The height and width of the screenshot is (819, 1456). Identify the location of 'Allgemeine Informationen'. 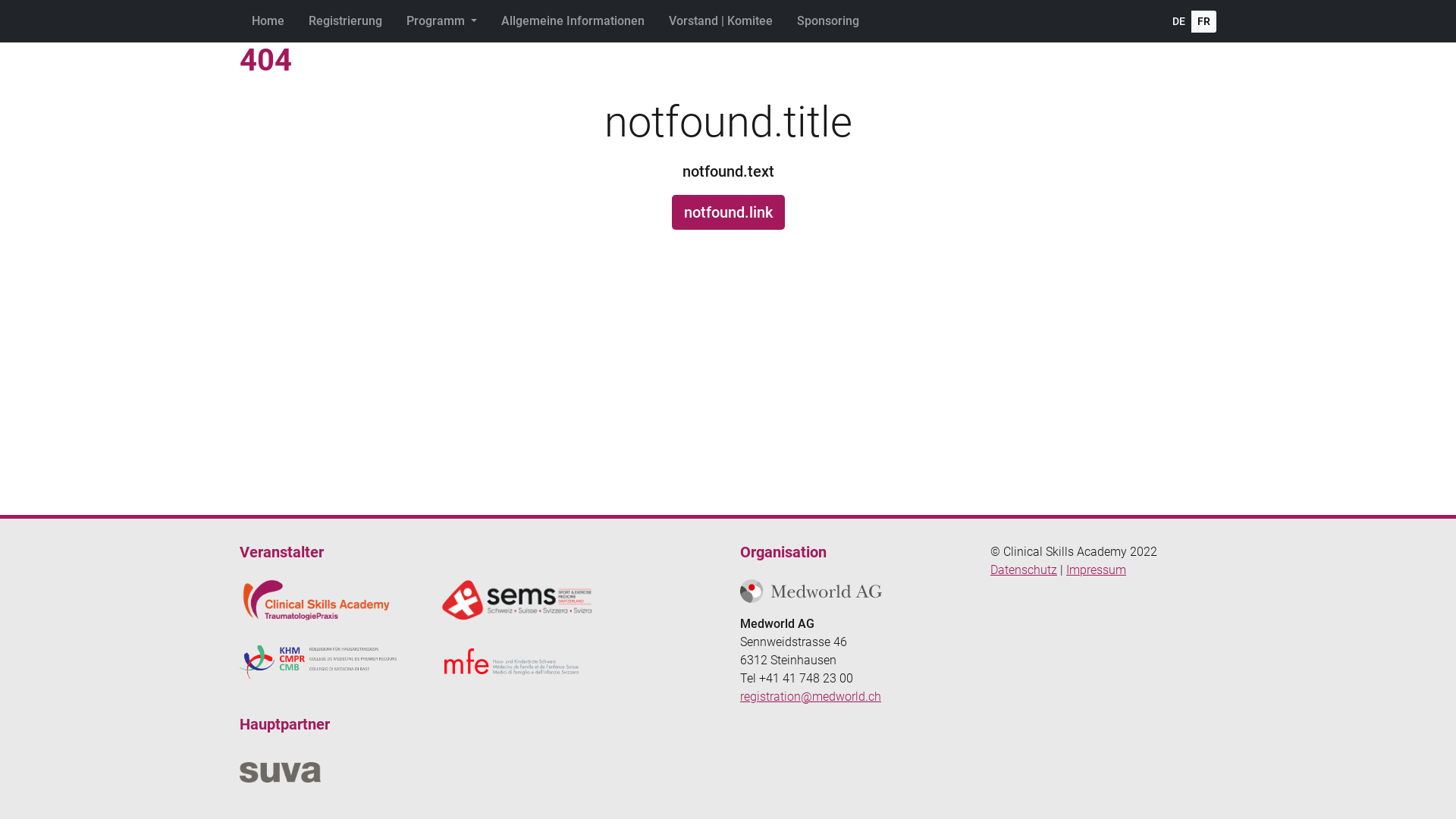
(572, 20).